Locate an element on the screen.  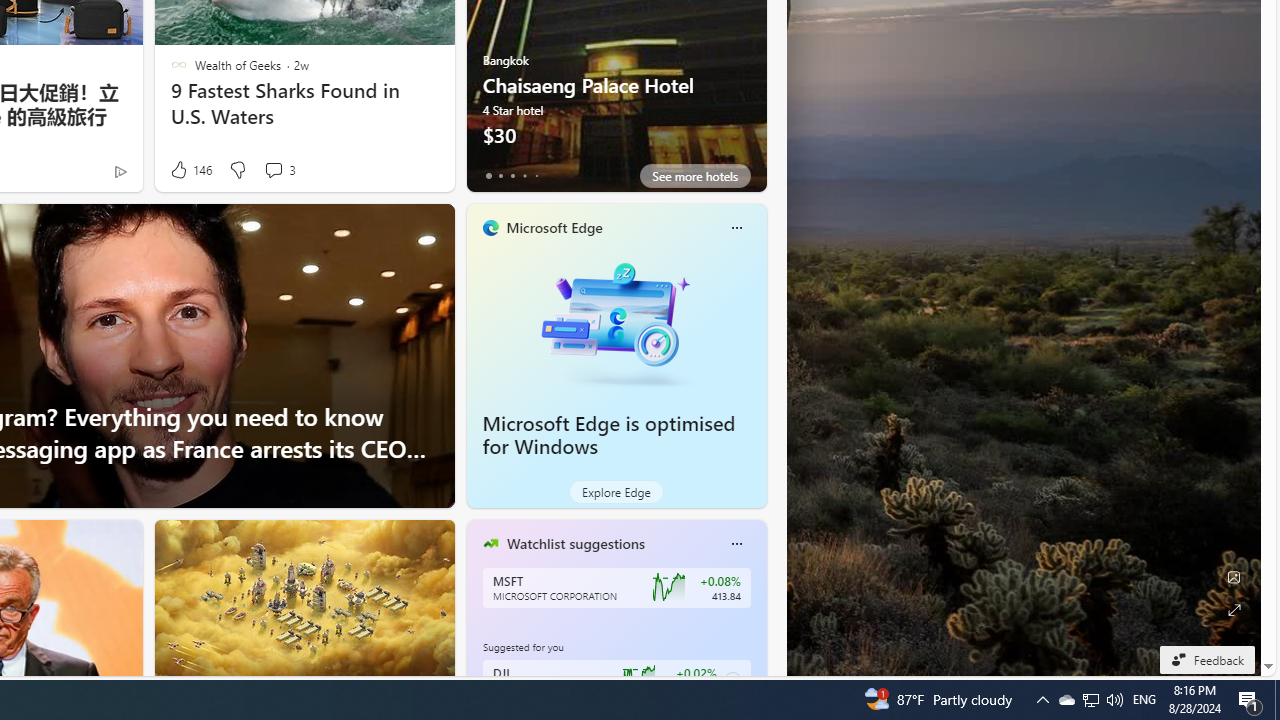
'Class: icon-img' is located at coordinates (735, 543).